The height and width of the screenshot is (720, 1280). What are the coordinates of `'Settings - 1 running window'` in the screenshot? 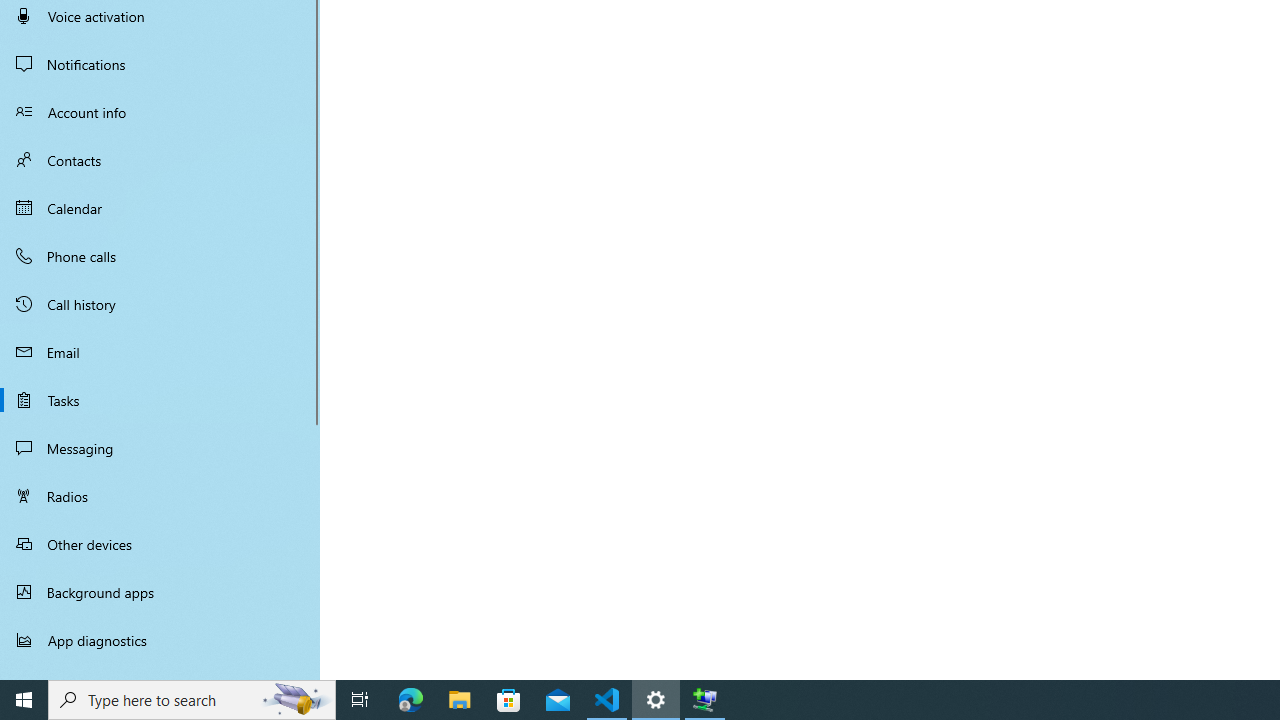 It's located at (656, 698).